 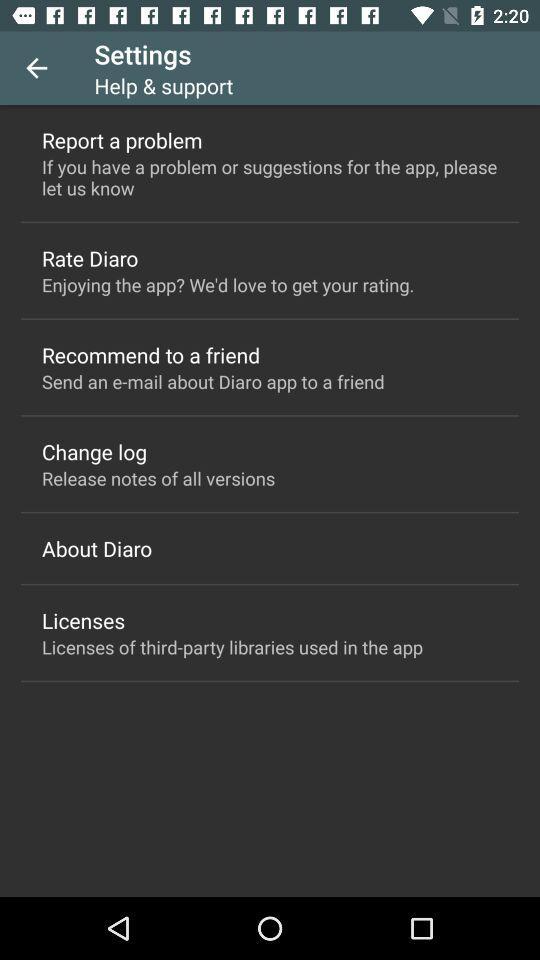 What do you see at coordinates (231, 646) in the screenshot?
I see `the licenses of third` at bounding box center [231, 646].